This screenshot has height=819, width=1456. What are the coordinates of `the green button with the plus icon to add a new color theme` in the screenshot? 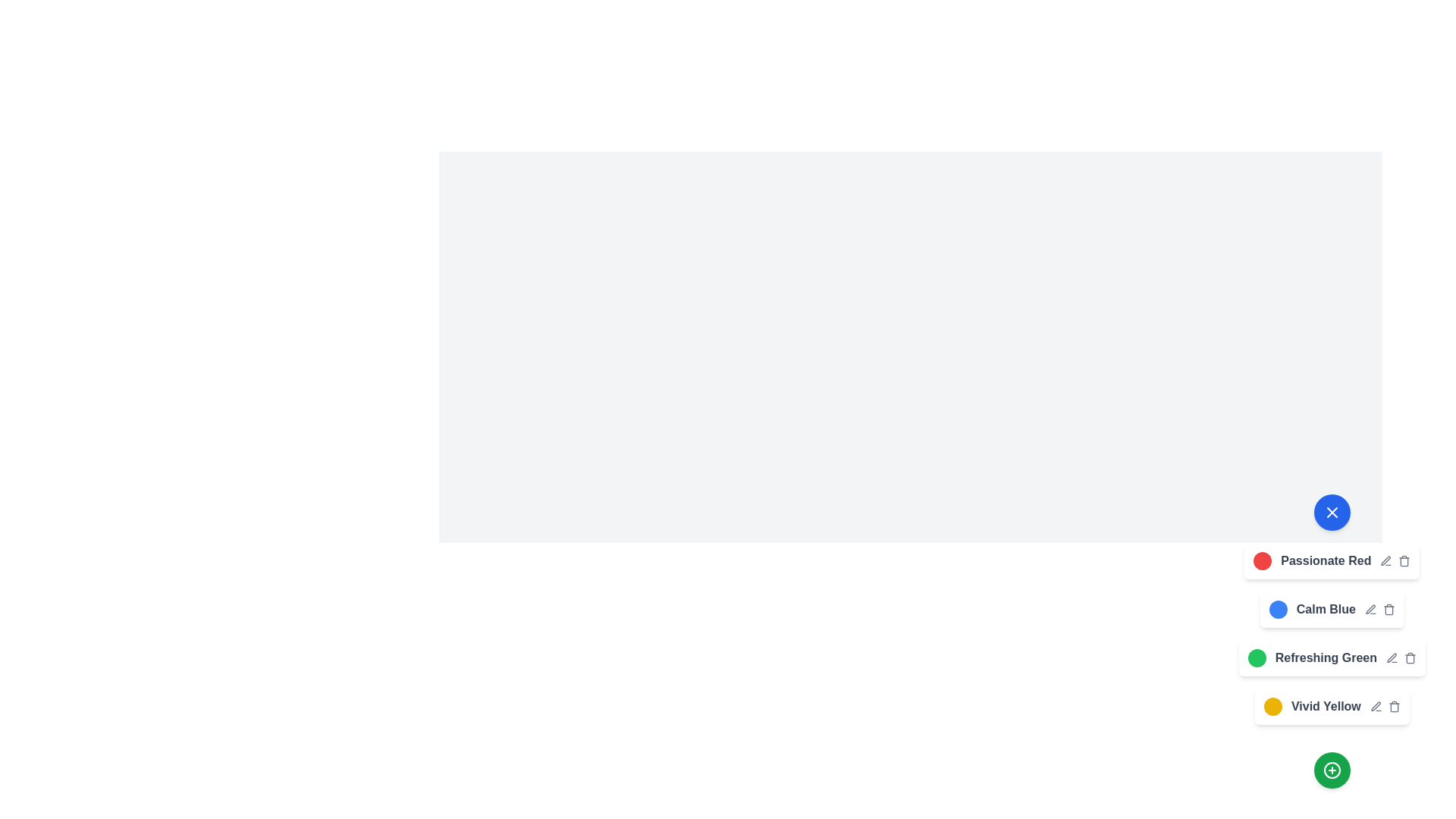 It's located at (1331, 770).